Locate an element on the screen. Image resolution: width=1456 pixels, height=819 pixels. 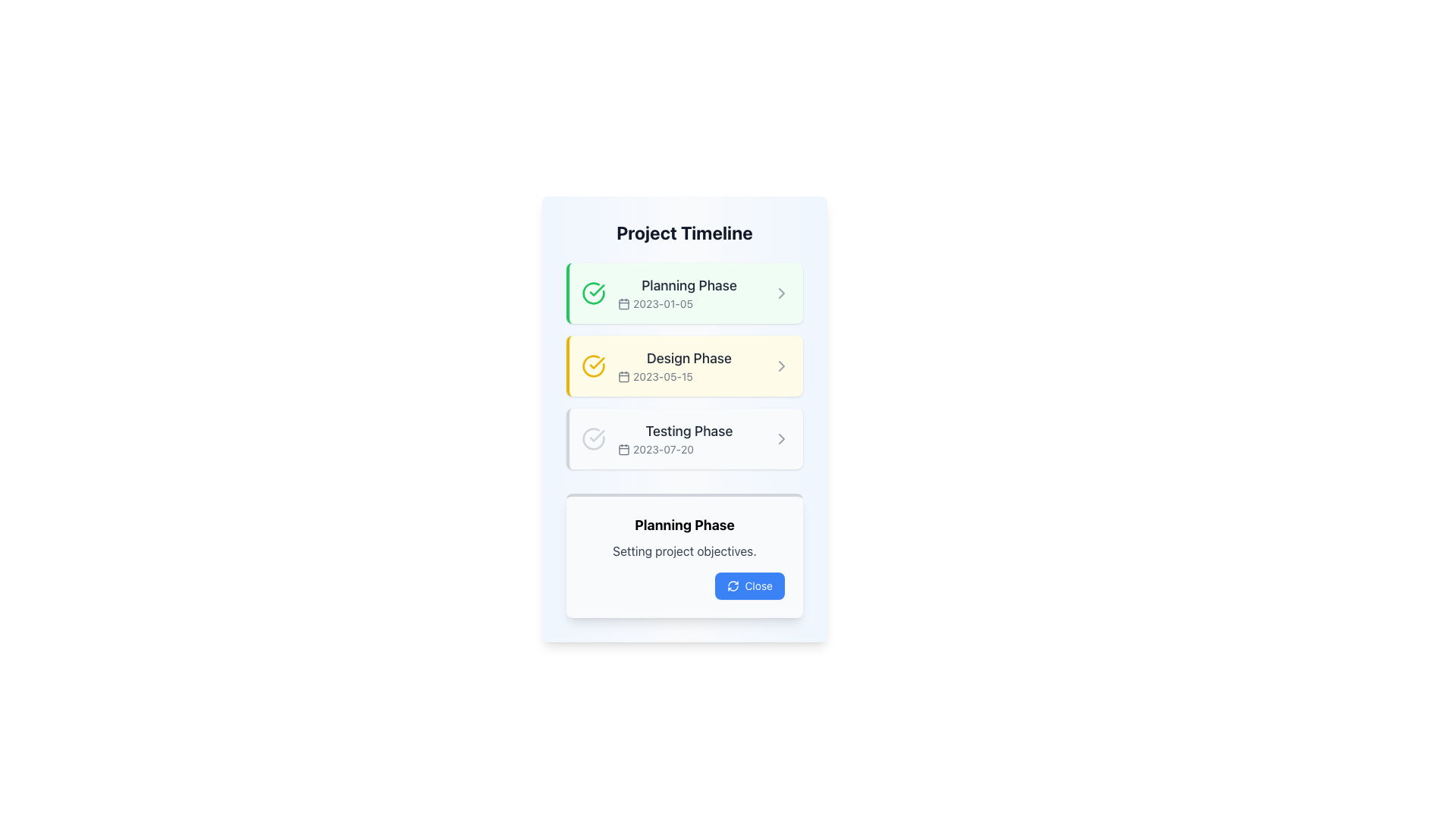
the 'Design Phase' text label, which is styled in a large, bold font with a dark gray color and is prominently displayed in a vertical list interface with a light yellow background is located at coordinates (688, 359).